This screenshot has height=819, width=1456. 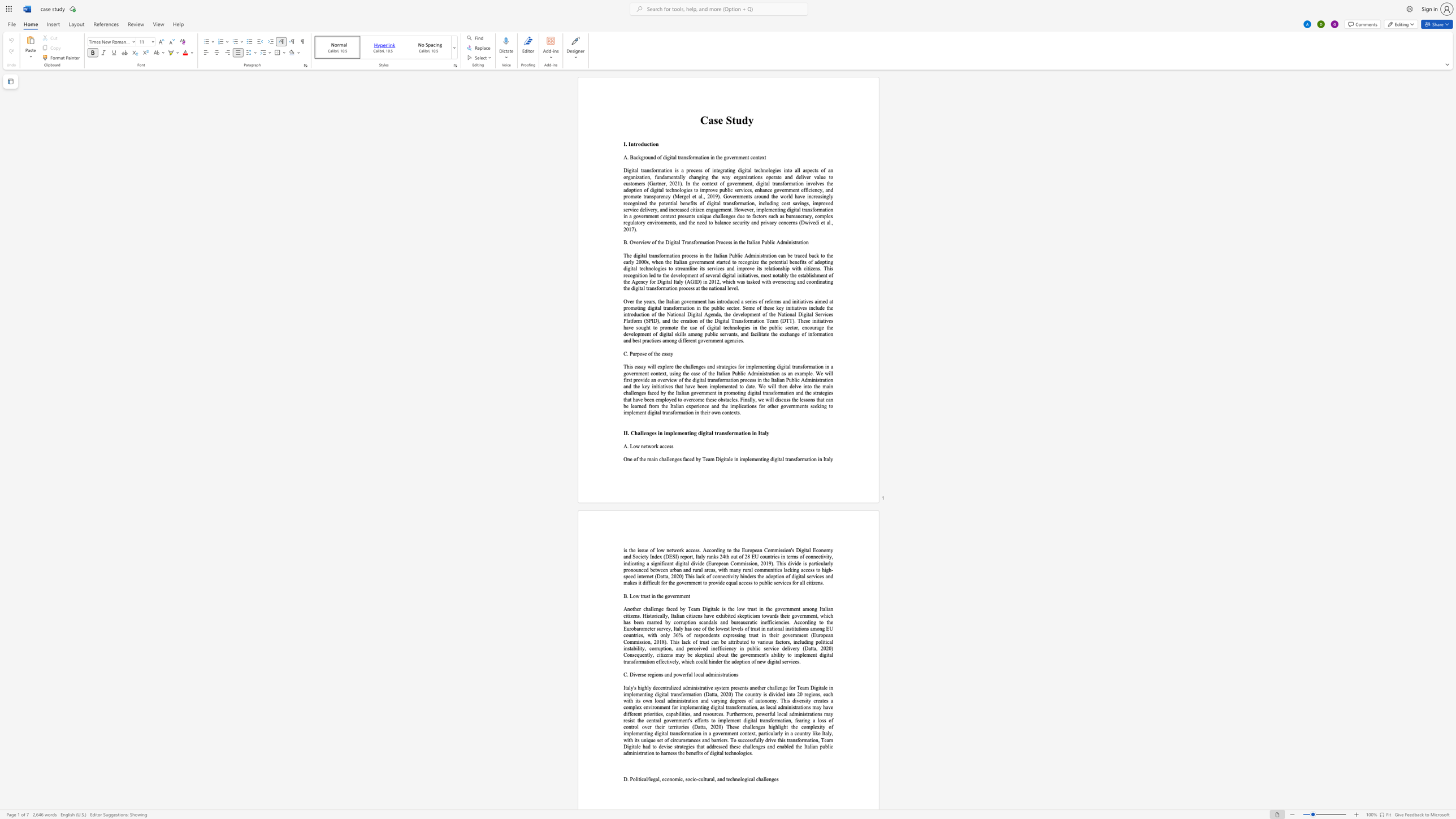 What do you see at coordinates (781, 557) in the screenshot?
I see `the 10th character "i" in the text` at bounding box center [781, 557].